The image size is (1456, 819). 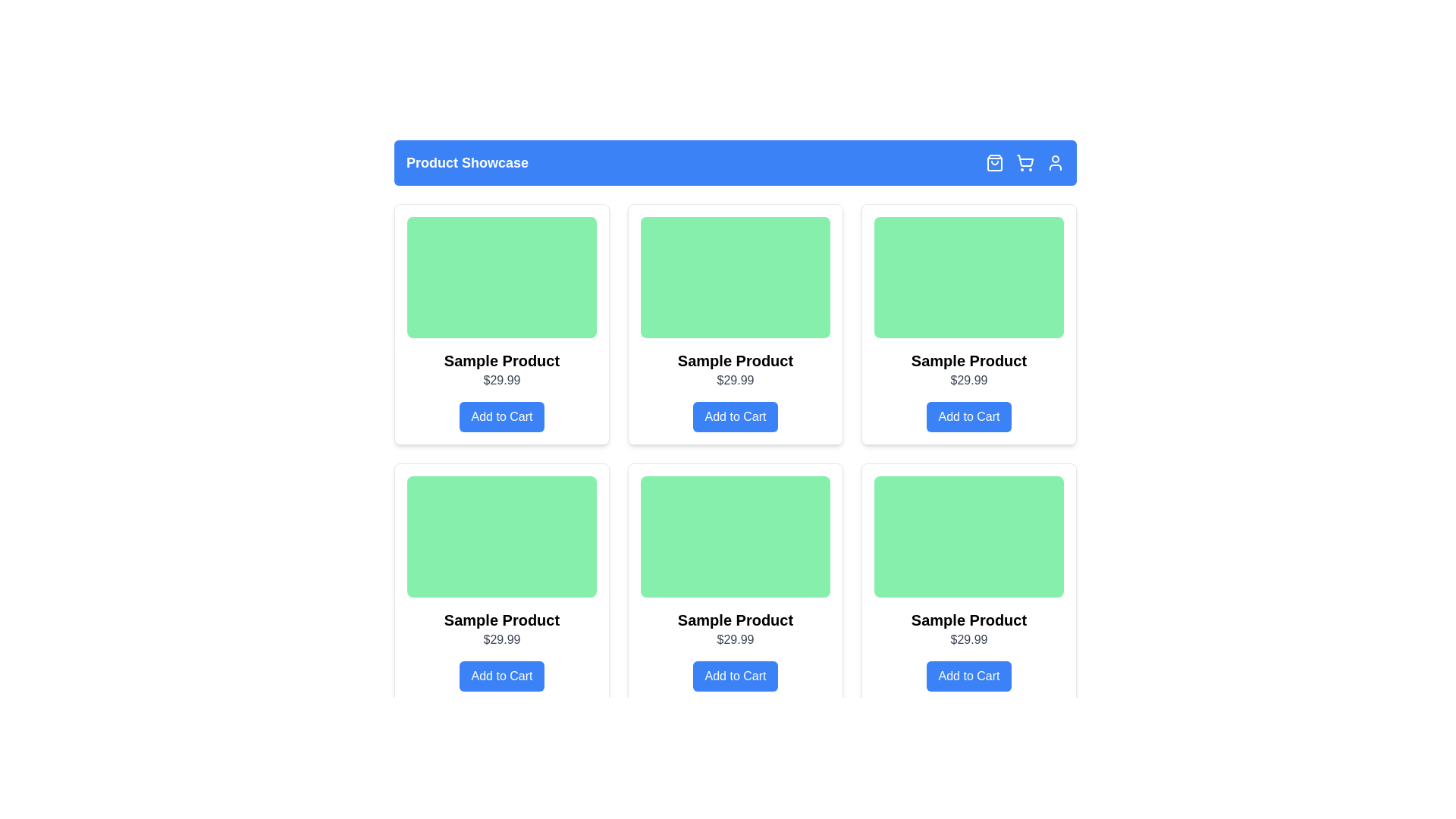 What do you see at coordinates (735, 379) in the screenshot?
I see `the price text label displaying '$29.99' in dark gray, located below the product title 'Sample Product' in the top row of the grid layout` at bounding box center [735, 379].